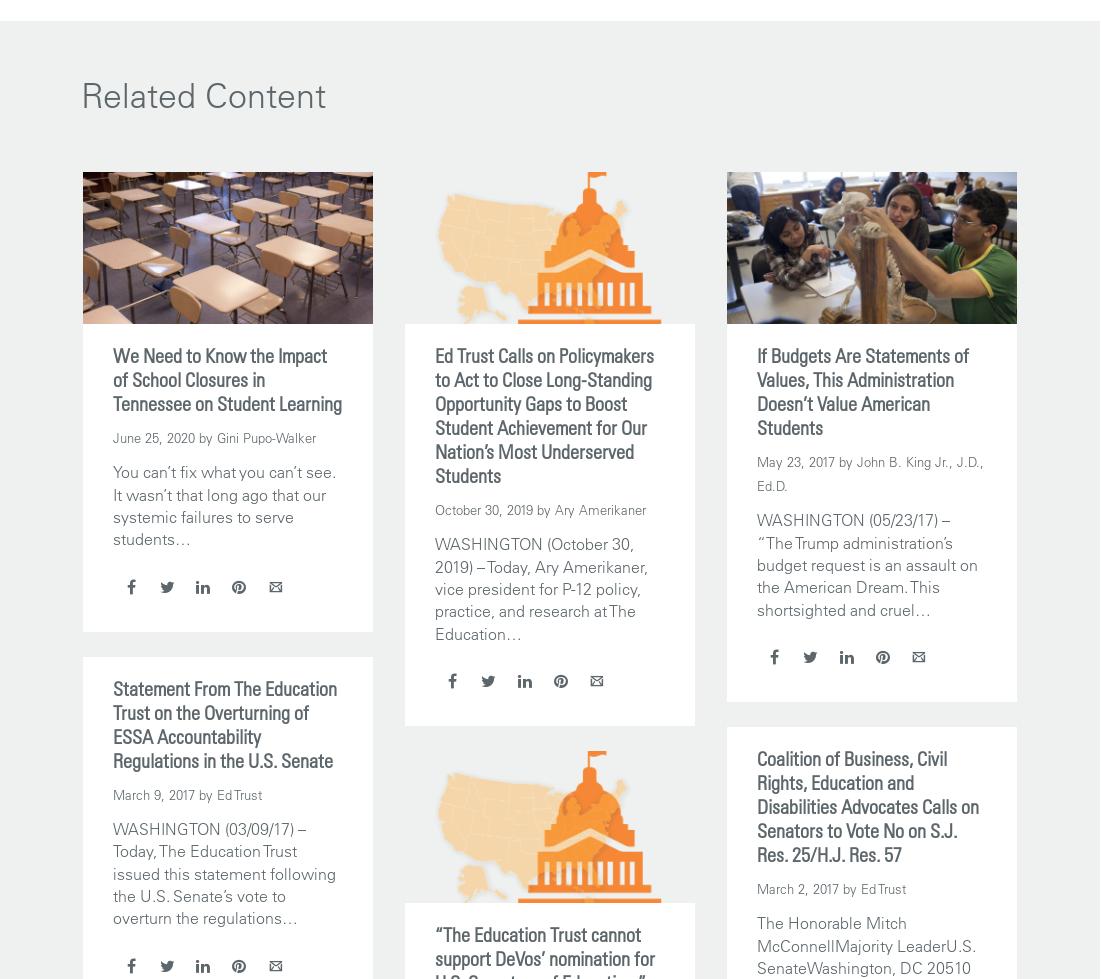 The height and width of the screenshot is (979, 1101). What do you see at coordinates (868, 473) in the screenshot?
I see `'by John B. King Jr., J.D., Ed.D.'` at bounding box center [868, 473].